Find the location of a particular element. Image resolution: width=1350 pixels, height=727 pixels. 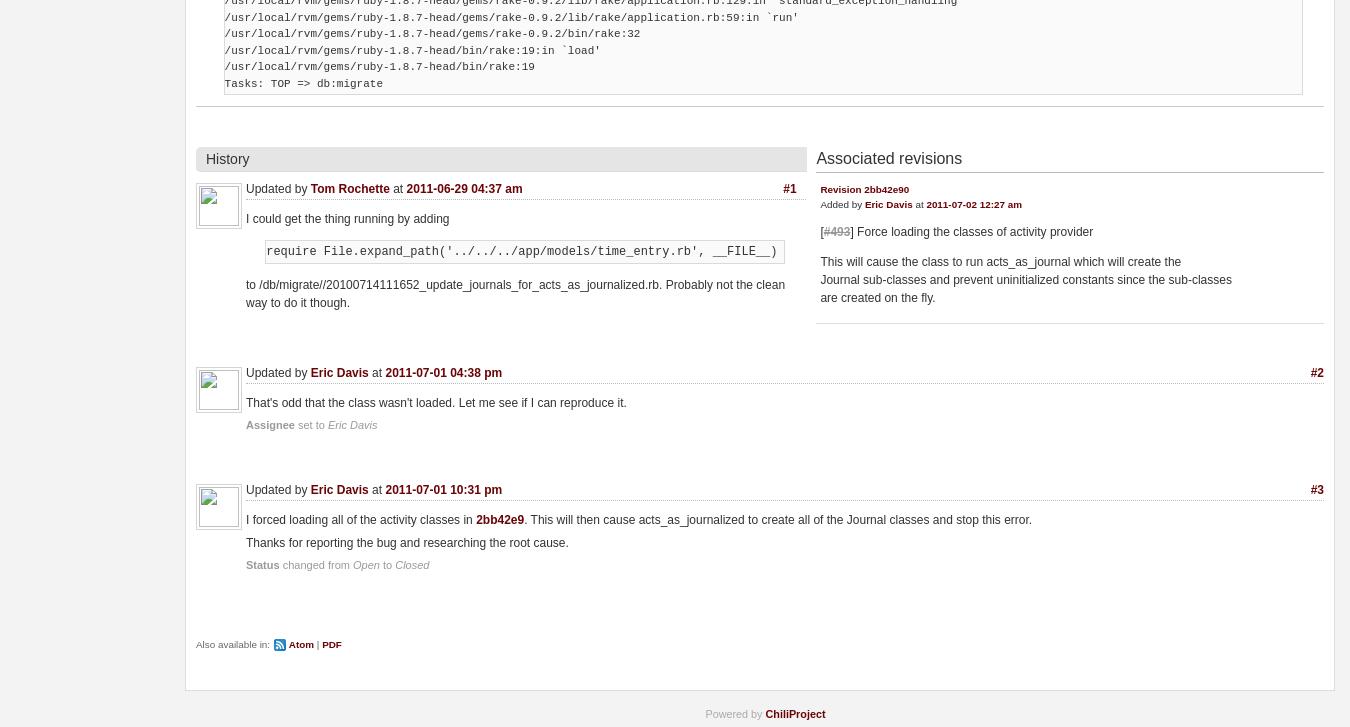

'Associated revisions' is located at coordinates (888, 158).